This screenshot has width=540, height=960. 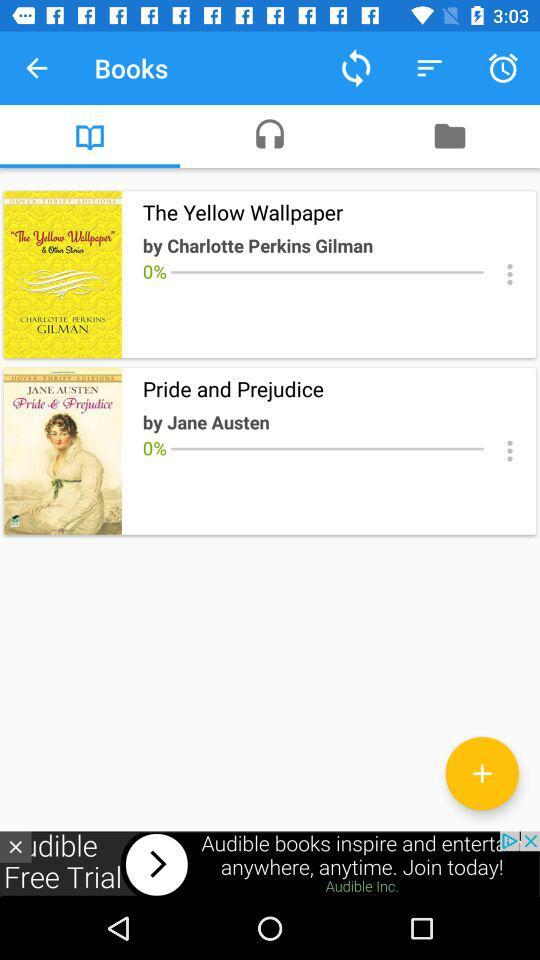 What do you see at coordinates (509, 273) in the screenshot?
I see `option function` at bounding box center [509, 273].